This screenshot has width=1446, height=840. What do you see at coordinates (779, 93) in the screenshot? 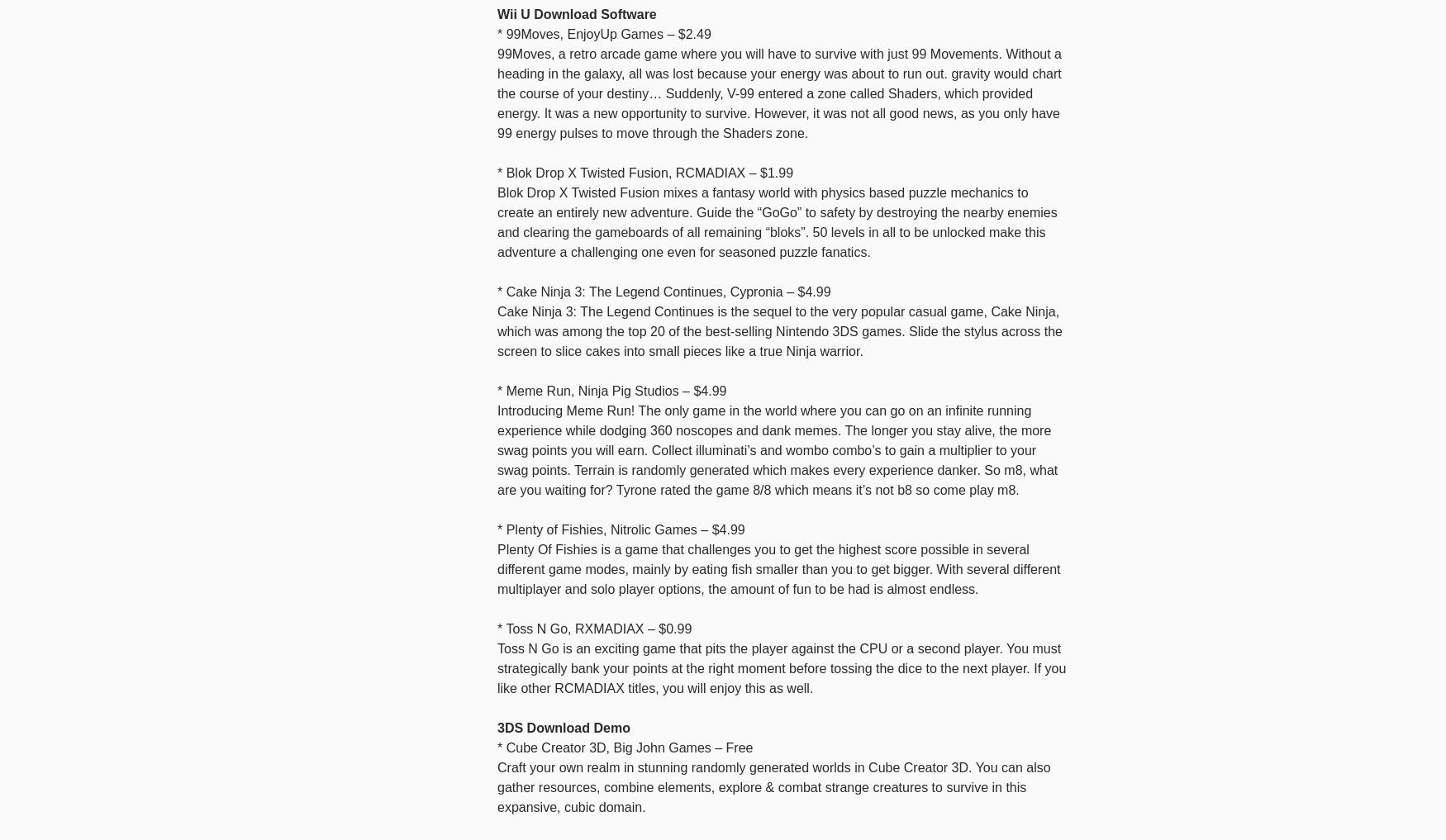
I see `'99Moves, a retro arcade game where you will have to survive with just 99 Movements. Without a heading in the galaxy, all was lost because your energy was about to run out. gravity would chart the course of your destiny… Suddenly, V-99 entered a zone called Shaders, which provided energy. It was a new opportunity to survive. However, it was not all good news, as you only have 99 energy pulses to move through the Shaders zone.'` at bounding box center [779, 93].